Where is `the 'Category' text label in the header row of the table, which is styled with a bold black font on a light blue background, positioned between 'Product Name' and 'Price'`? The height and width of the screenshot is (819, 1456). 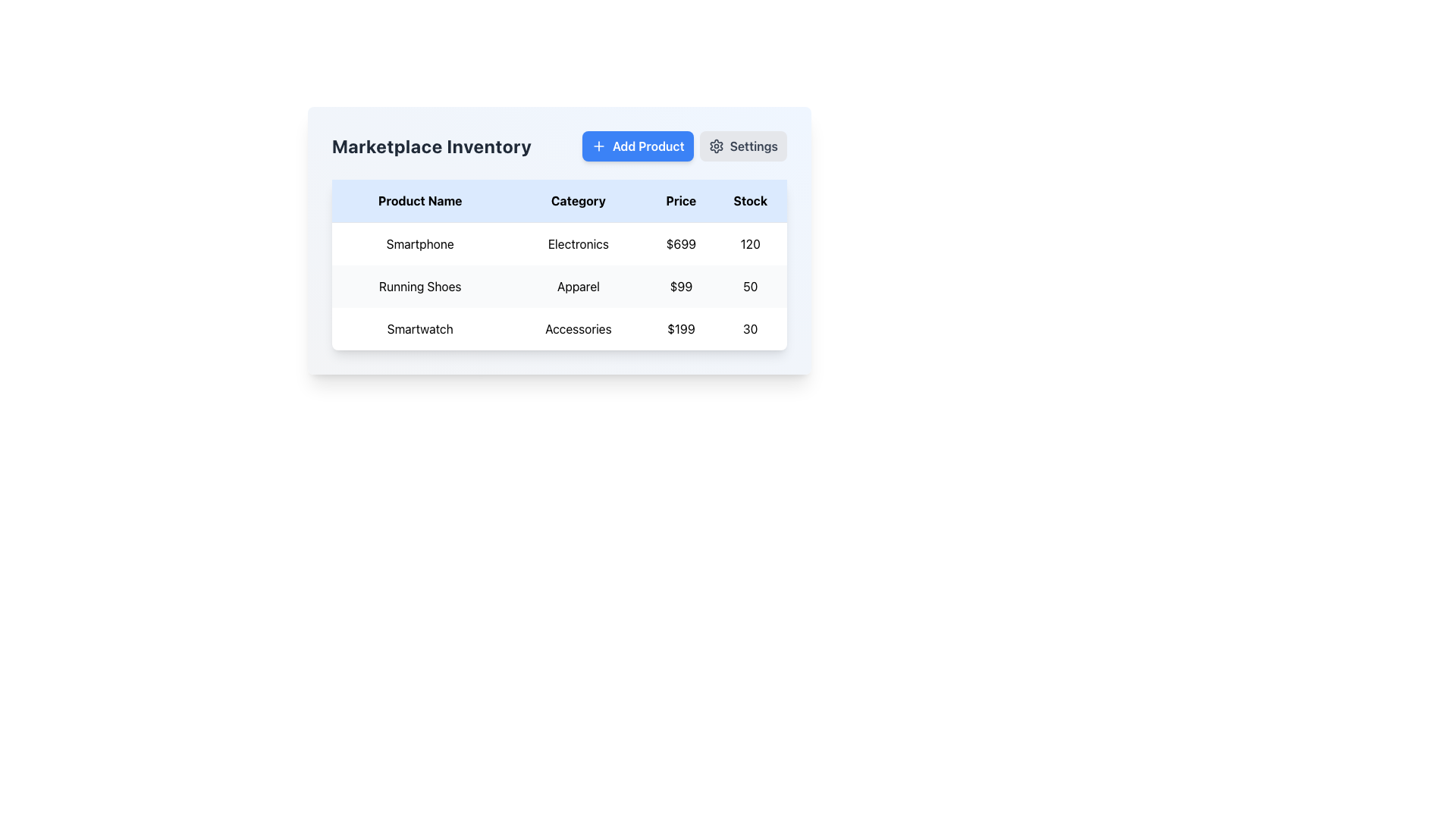
the 'Category' text label in the header row of the table, which is styled with a bold black font on a light blue background, positioned between 'Product Name' and 'Price' is located at coordinates (577, 200).